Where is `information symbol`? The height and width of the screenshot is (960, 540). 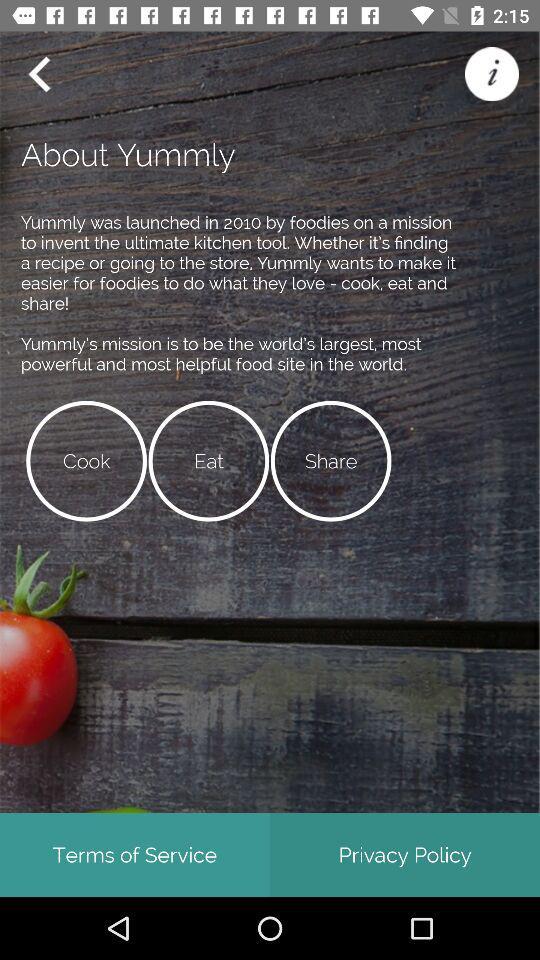 information symbol is located at coordinates (490, 74).